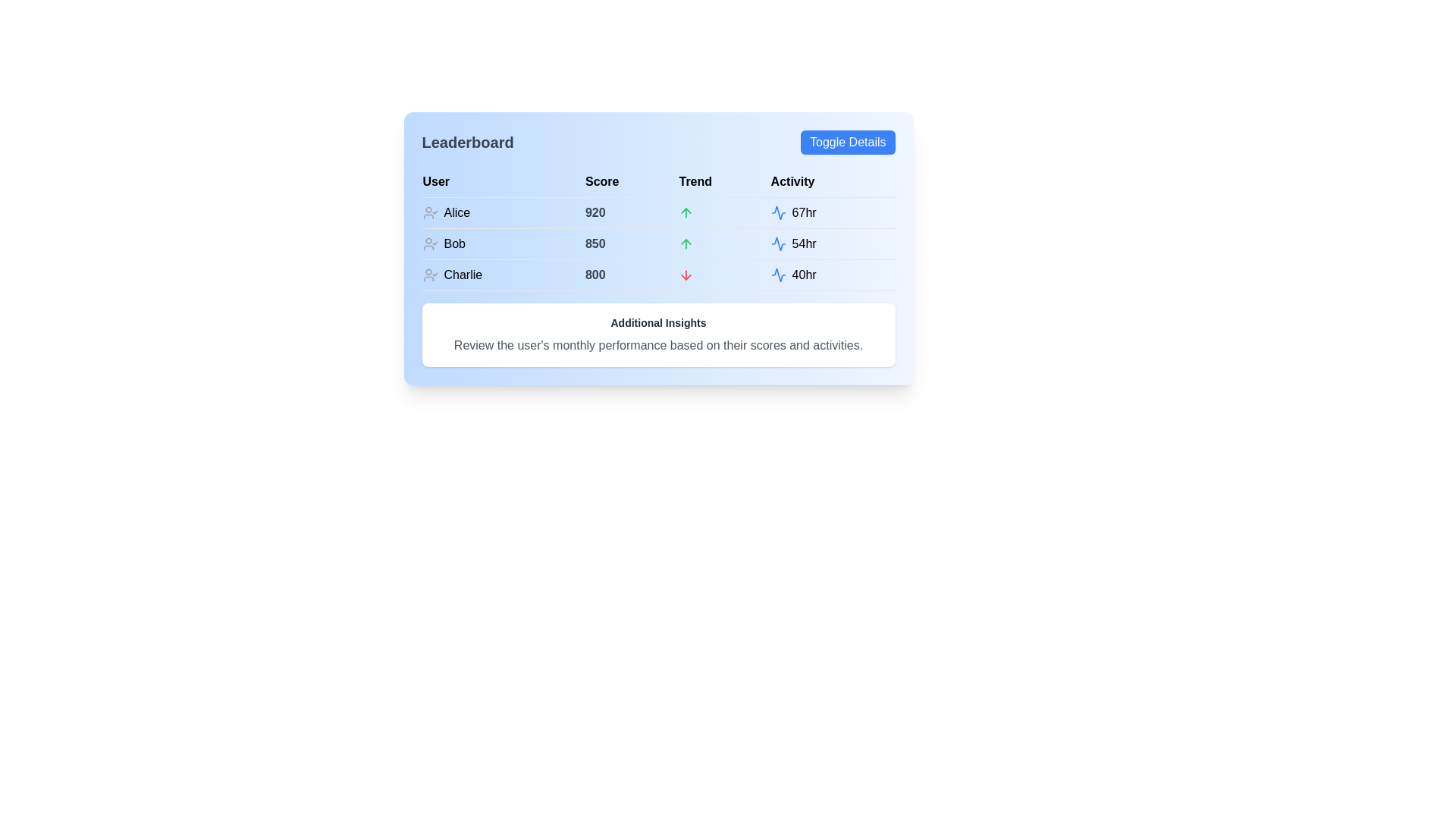 This screenshot has height=819, width=1456. What do you see at coordinates (467, 143) in the screenshot?
I see `the text label element that serves as the title for the leaderboard section, which is positioned at the top-left corner of the UI with 'Toggle Details' to its right` at bounding box center [467, 143].